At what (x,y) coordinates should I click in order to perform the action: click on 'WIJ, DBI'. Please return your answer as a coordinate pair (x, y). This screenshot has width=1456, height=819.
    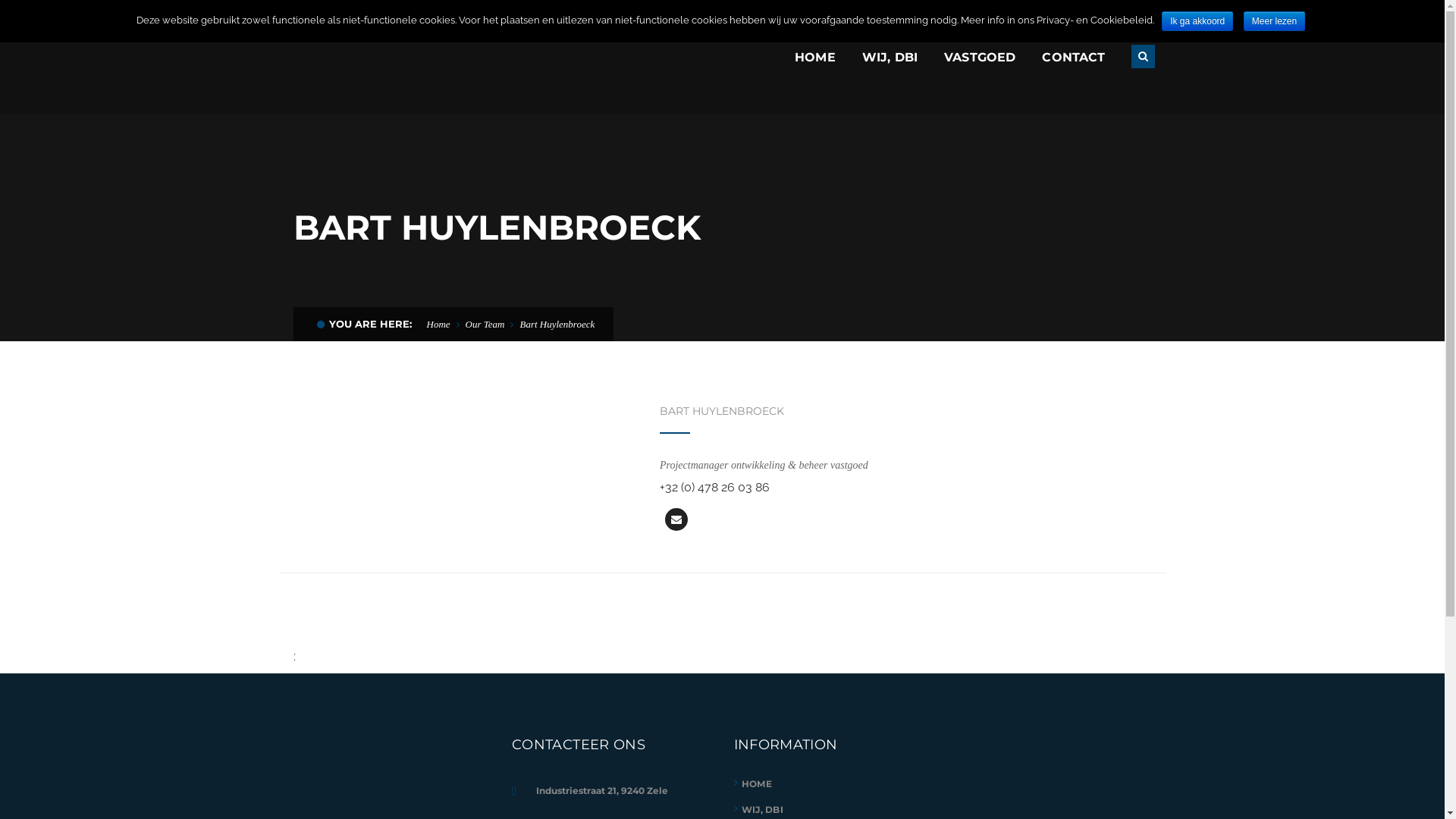
    Looking at the image, I should click on (742, 809).